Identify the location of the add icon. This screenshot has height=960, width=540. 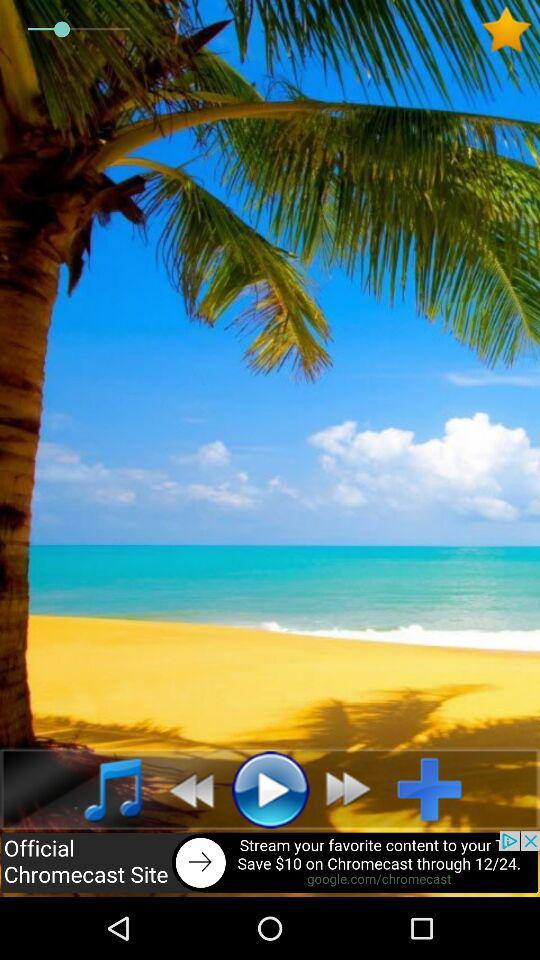
(436, 789).